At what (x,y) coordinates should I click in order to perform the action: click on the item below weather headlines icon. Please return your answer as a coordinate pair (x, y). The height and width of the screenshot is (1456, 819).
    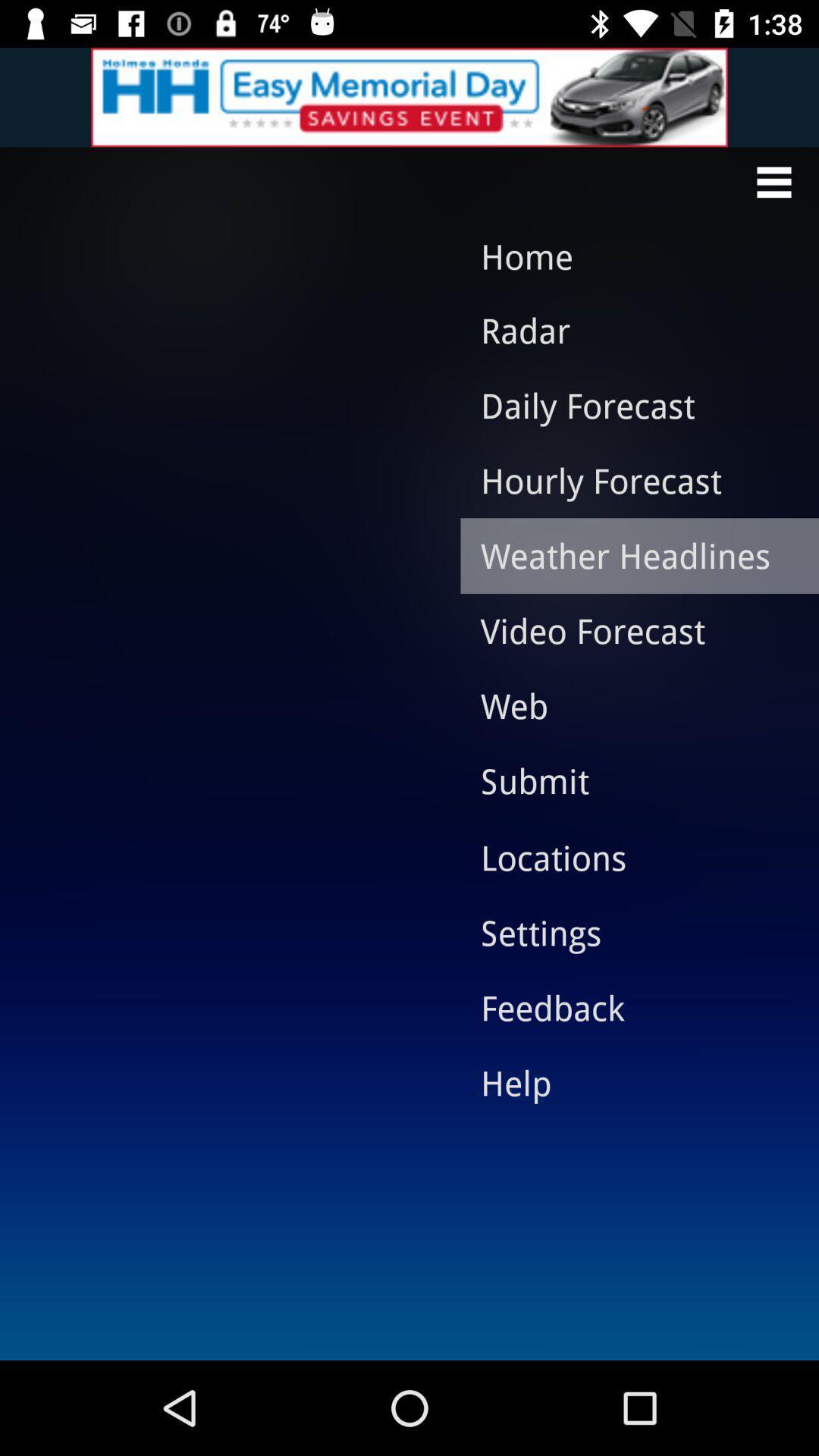
    Looking at the image, I should click on (628, 630).